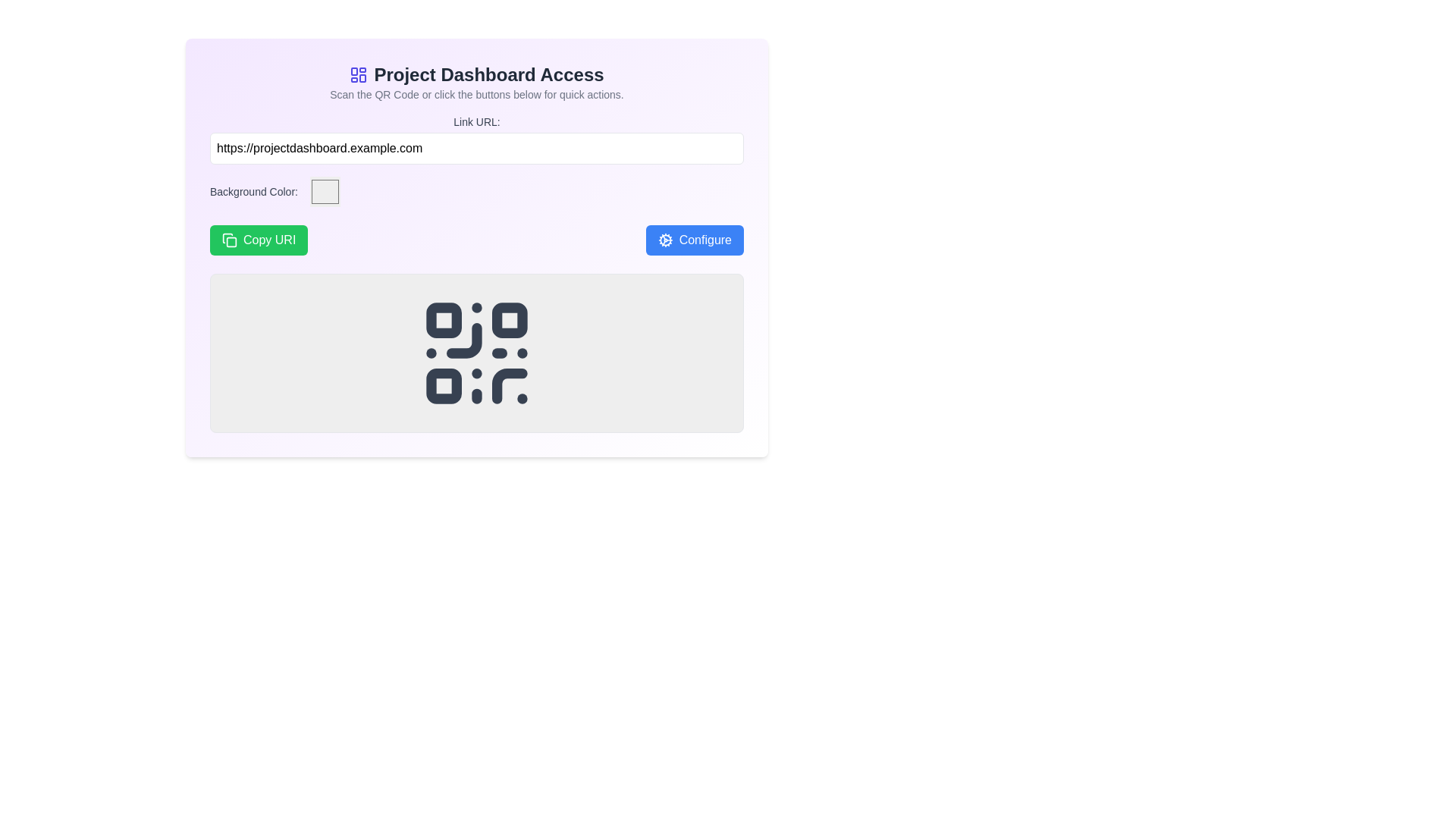 Image resolution: width=1456 pixels, height=819 pixels. What do you see at coordinates (254, 191) in the screenshot?
I see `the text label that reads 'Background Color:' which is styled in gray and located near the top-left corner of the page, to the left of the color picker box` at bounding box center [254, 191].